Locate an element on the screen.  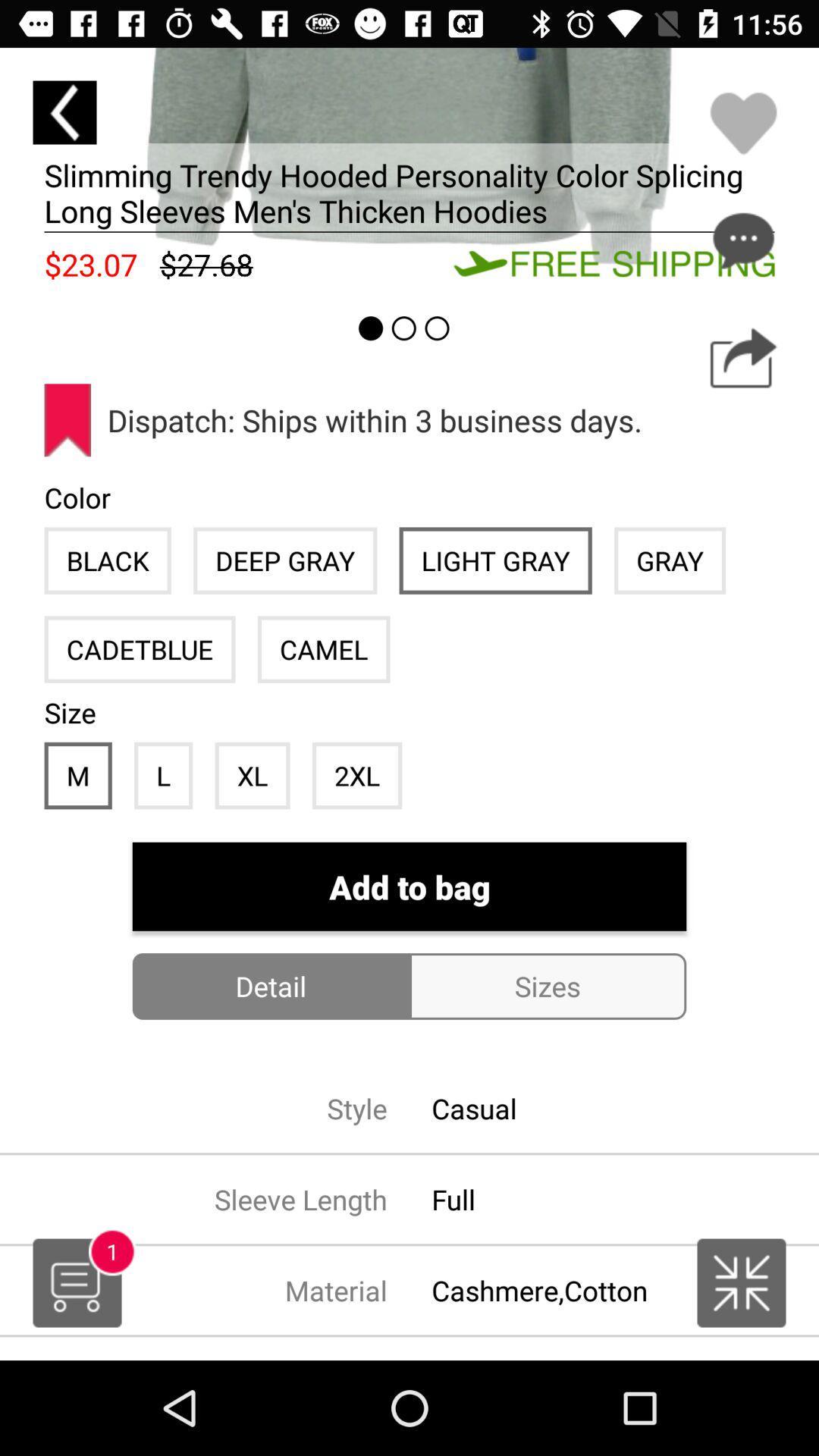
the share icon is located at coordinates (742, 357).